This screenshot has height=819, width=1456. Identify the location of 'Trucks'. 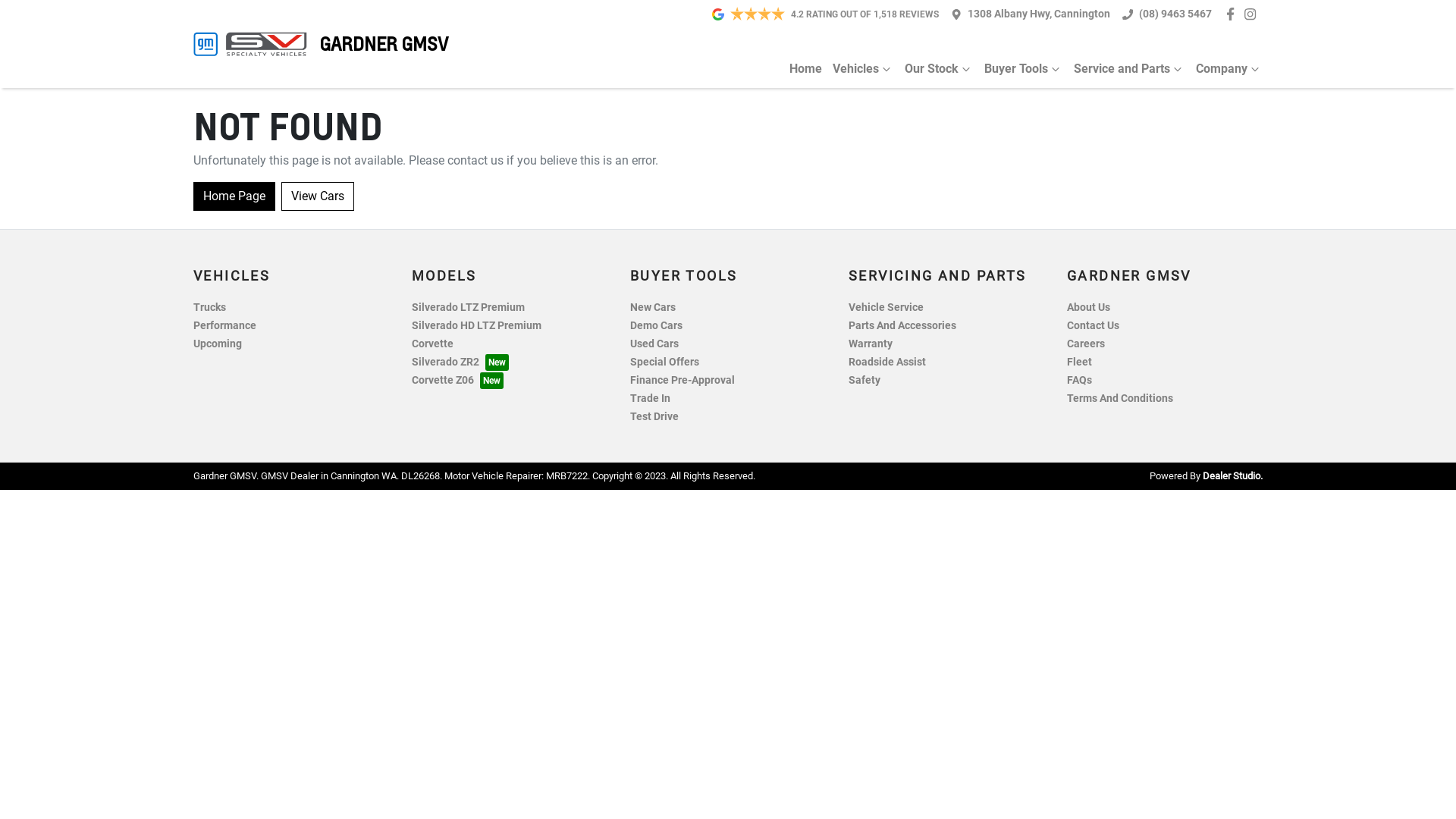
(209, 307).